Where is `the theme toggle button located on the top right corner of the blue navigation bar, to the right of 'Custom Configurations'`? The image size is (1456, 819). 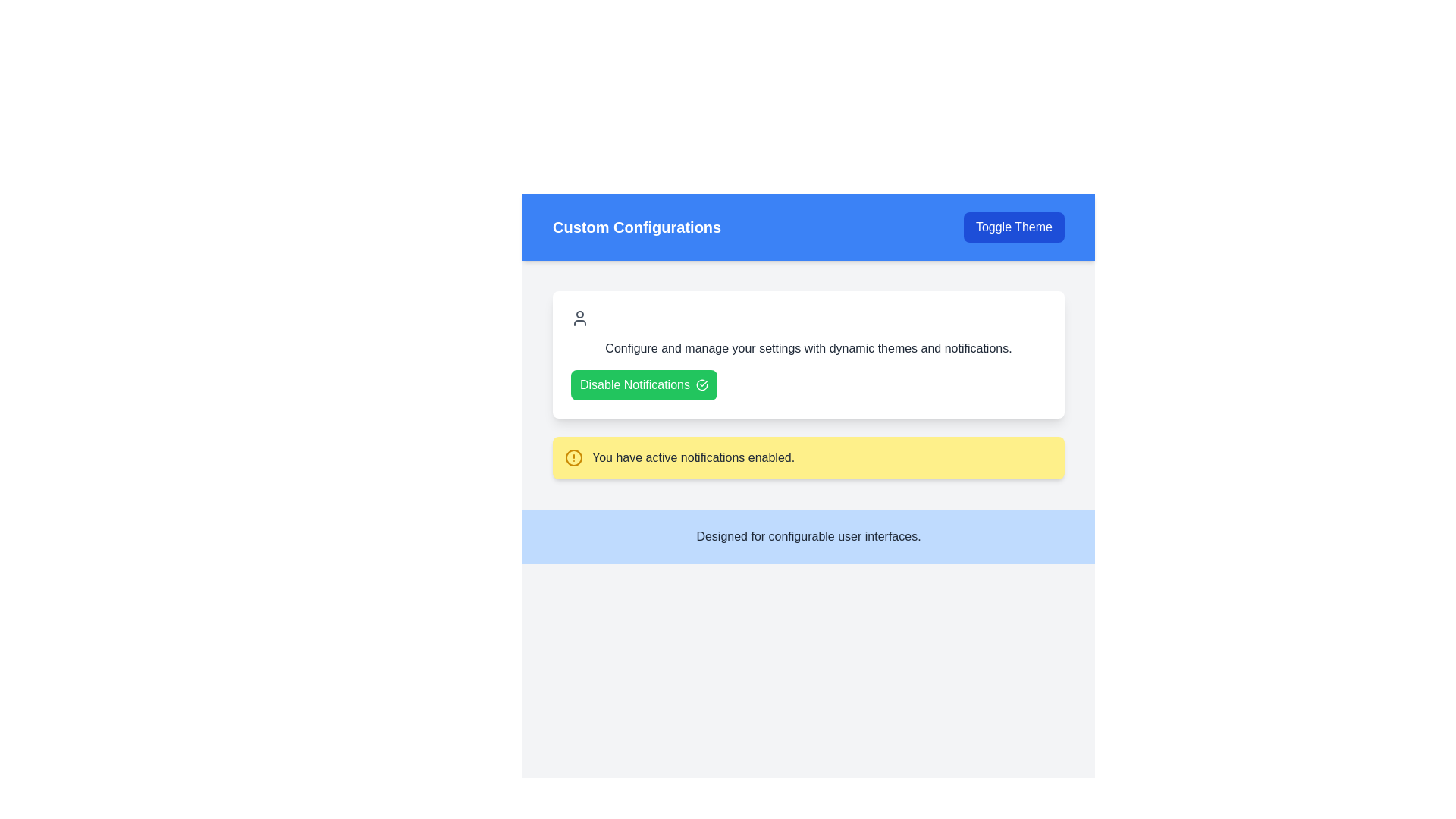 the theme toggle button located on the top right corner of the blue navigation bar, to the right of 'Custom Configurations' is located at coordinates (1014, 227).